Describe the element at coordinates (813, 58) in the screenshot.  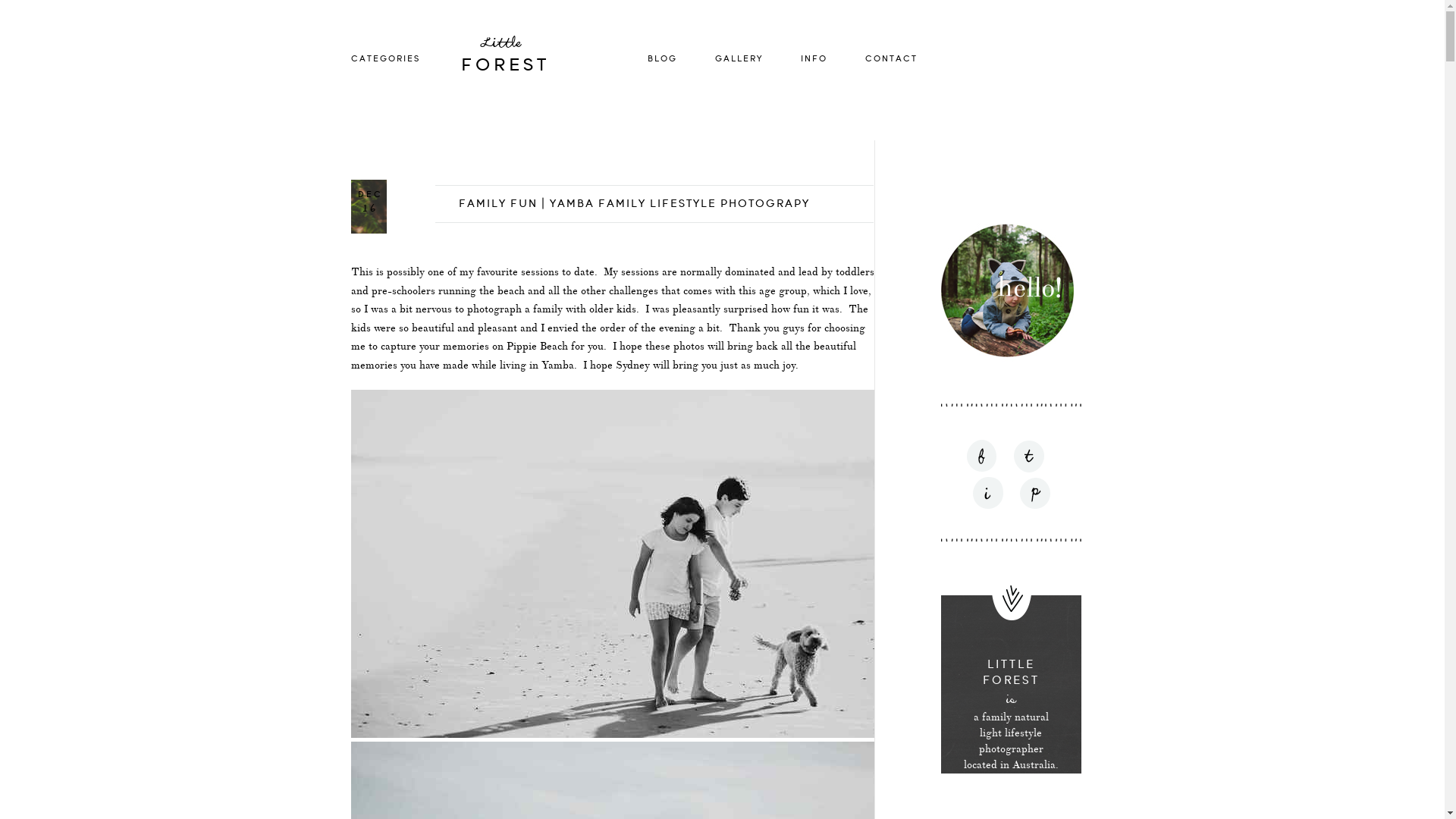
I see `'INFO'` at that location.